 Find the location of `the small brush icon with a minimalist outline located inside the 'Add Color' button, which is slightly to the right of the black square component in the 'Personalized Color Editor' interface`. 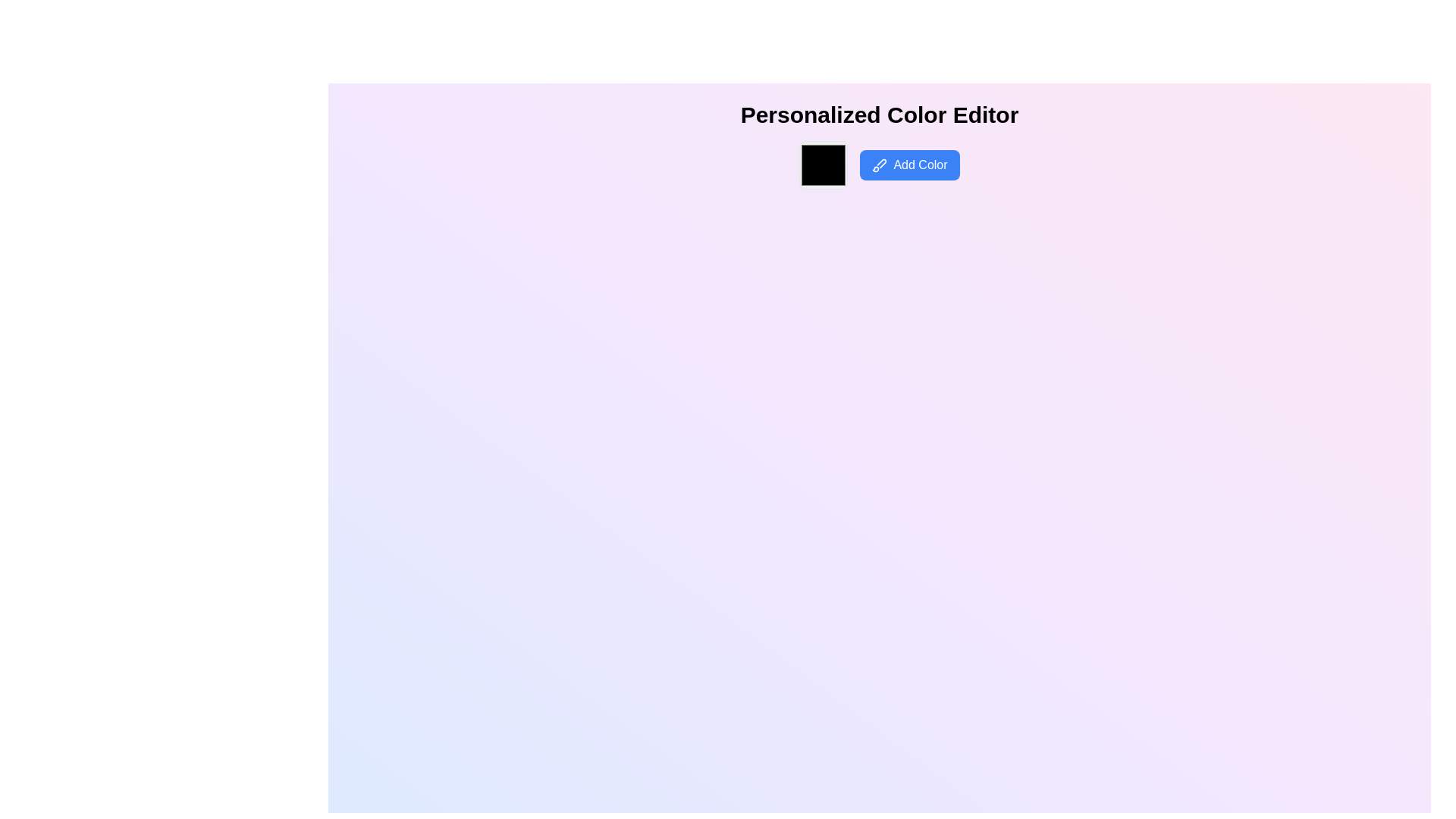

the small brush icon with a minimalist outline located inside the 'Add Color' button, which is slightly to the right of the black square component in the 'Personalized Color Editor' interface is located at coordinates (880, 165).